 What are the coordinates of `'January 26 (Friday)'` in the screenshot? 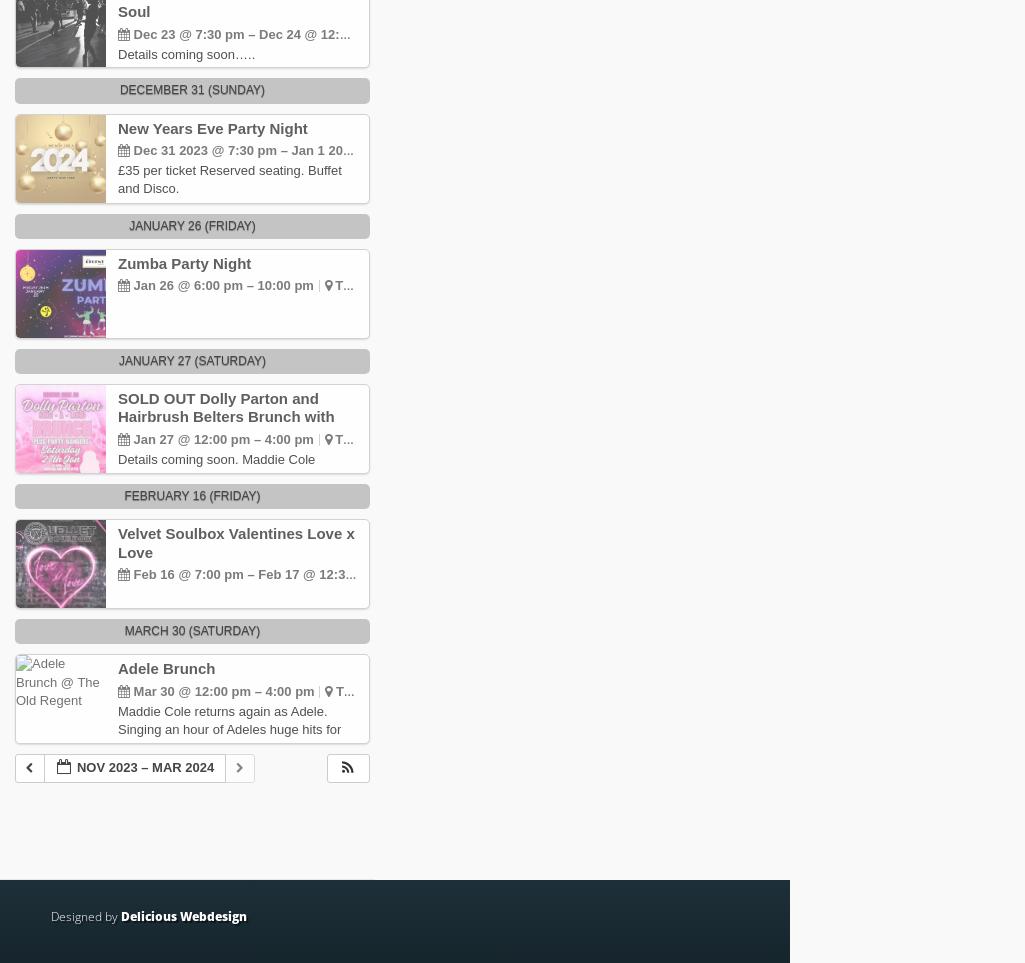 It's located at (191, 224).